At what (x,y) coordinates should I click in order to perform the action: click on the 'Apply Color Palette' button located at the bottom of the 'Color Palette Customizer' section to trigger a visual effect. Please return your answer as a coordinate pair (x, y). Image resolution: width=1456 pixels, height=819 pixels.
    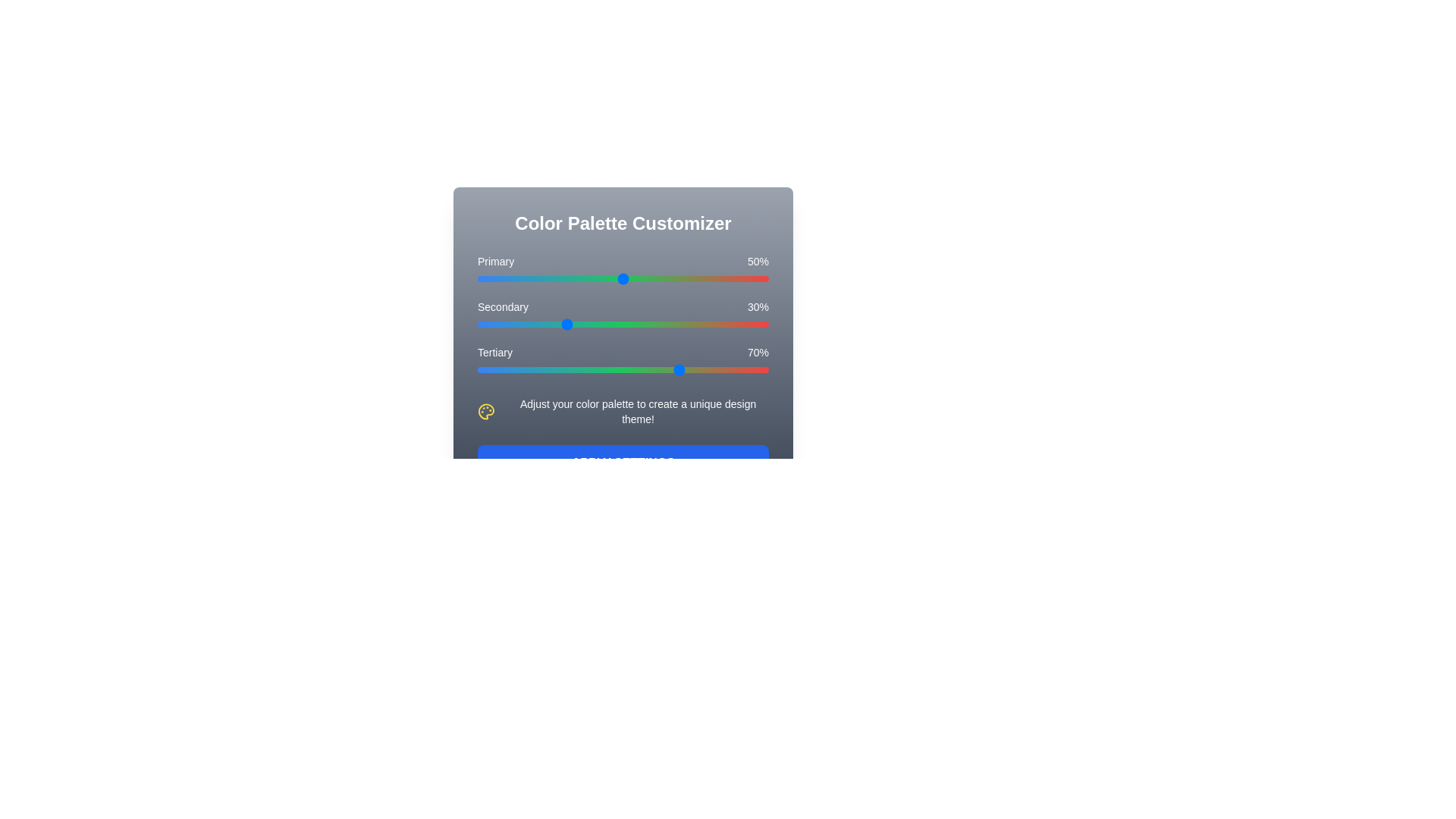
    Looking at the image, I should click on (623, 462).